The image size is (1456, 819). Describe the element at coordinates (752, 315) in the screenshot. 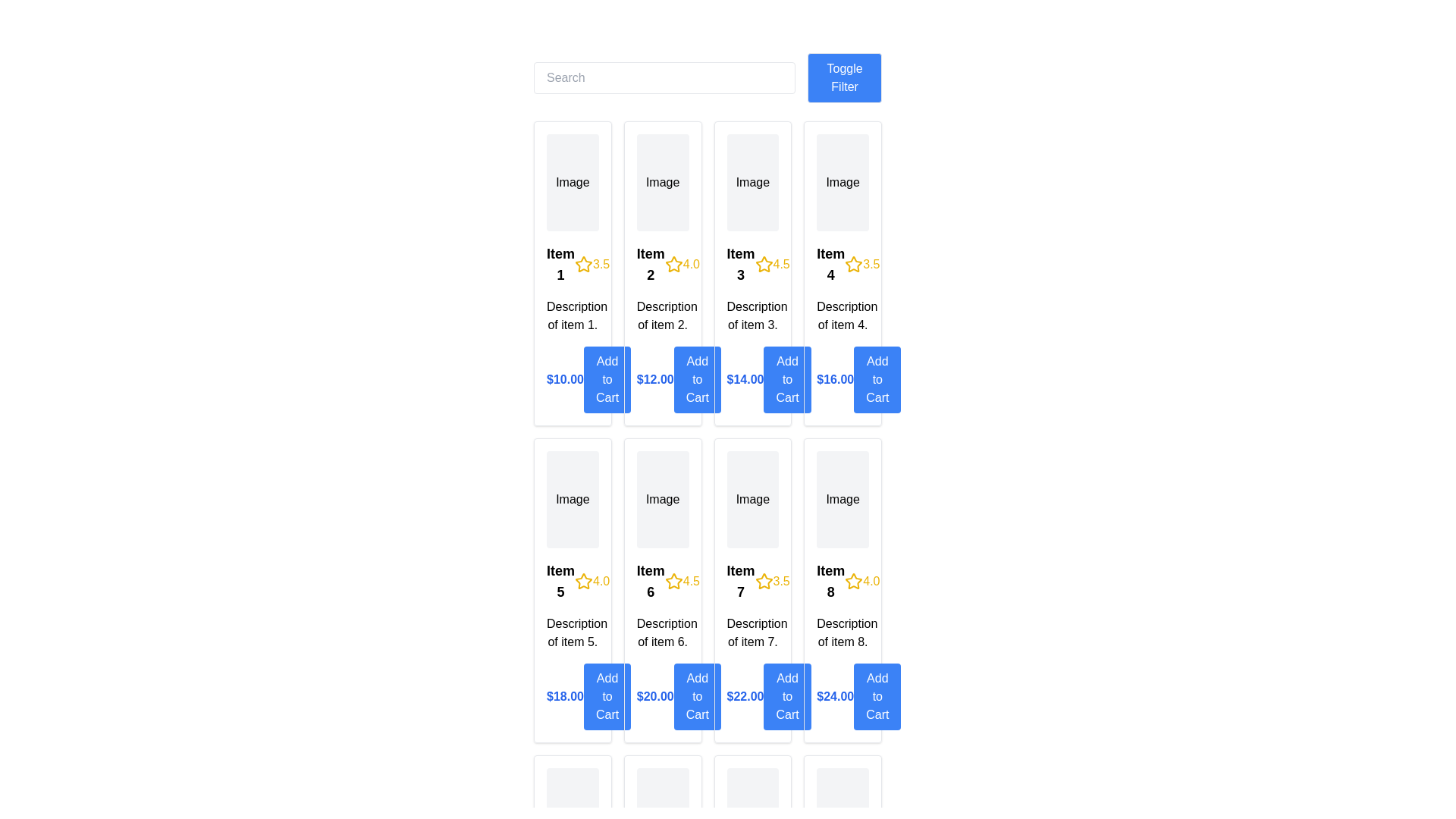

I see `the descriptive text label for 'Item 3' which is located beneath the title and rating, and above the price and button in the item card layout` at that location.